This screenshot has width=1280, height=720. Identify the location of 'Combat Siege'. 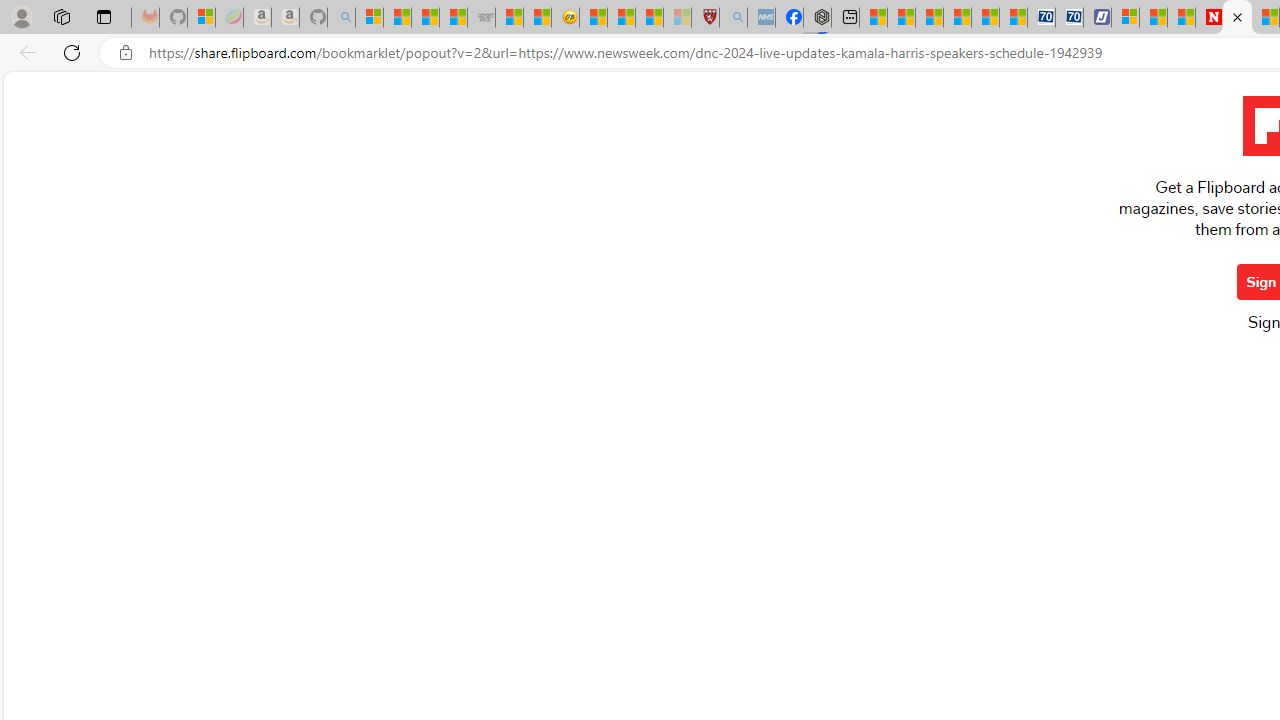
(481, 17).